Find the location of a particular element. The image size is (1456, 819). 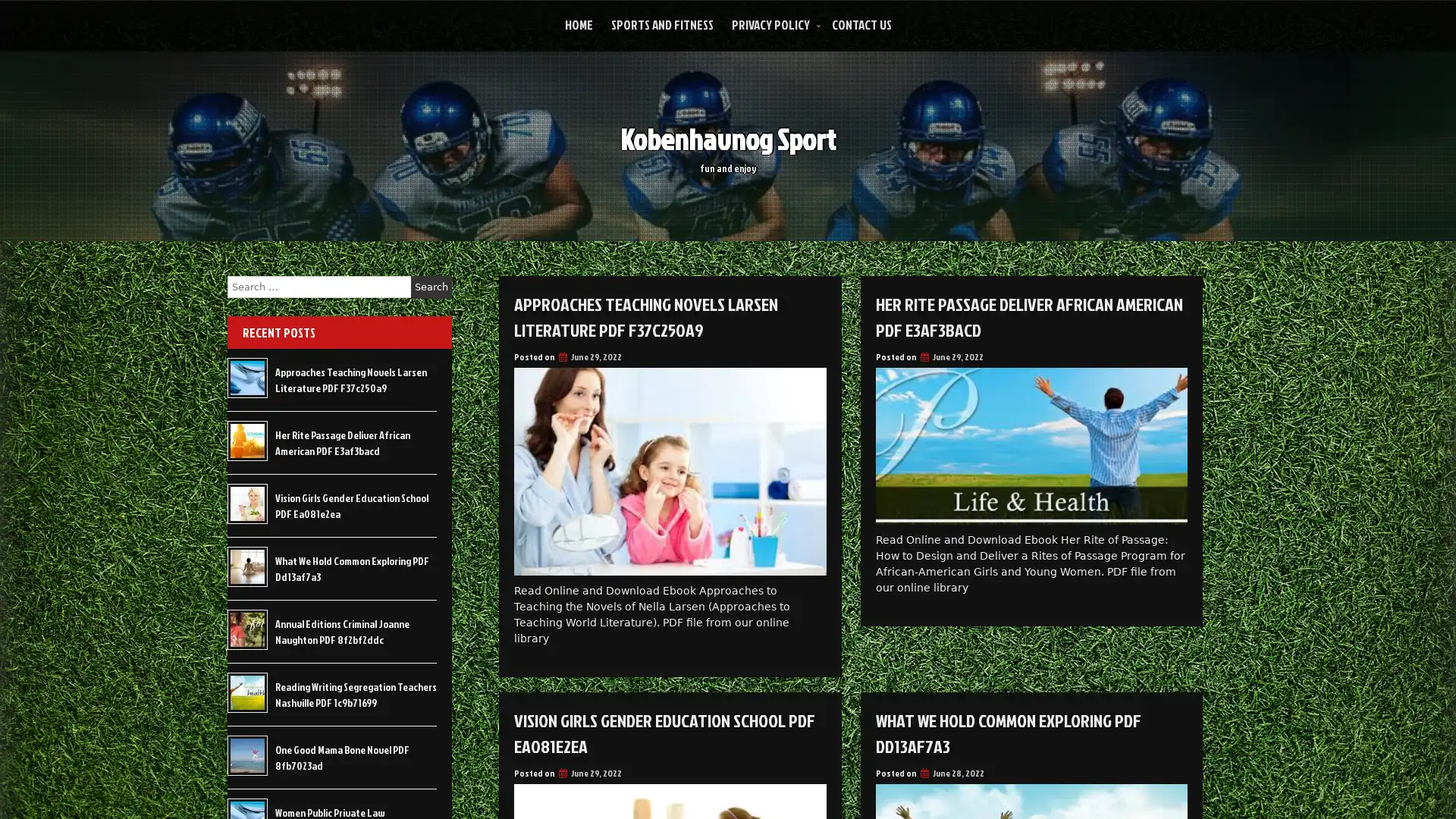

Search is located at coordinates (431, 287).